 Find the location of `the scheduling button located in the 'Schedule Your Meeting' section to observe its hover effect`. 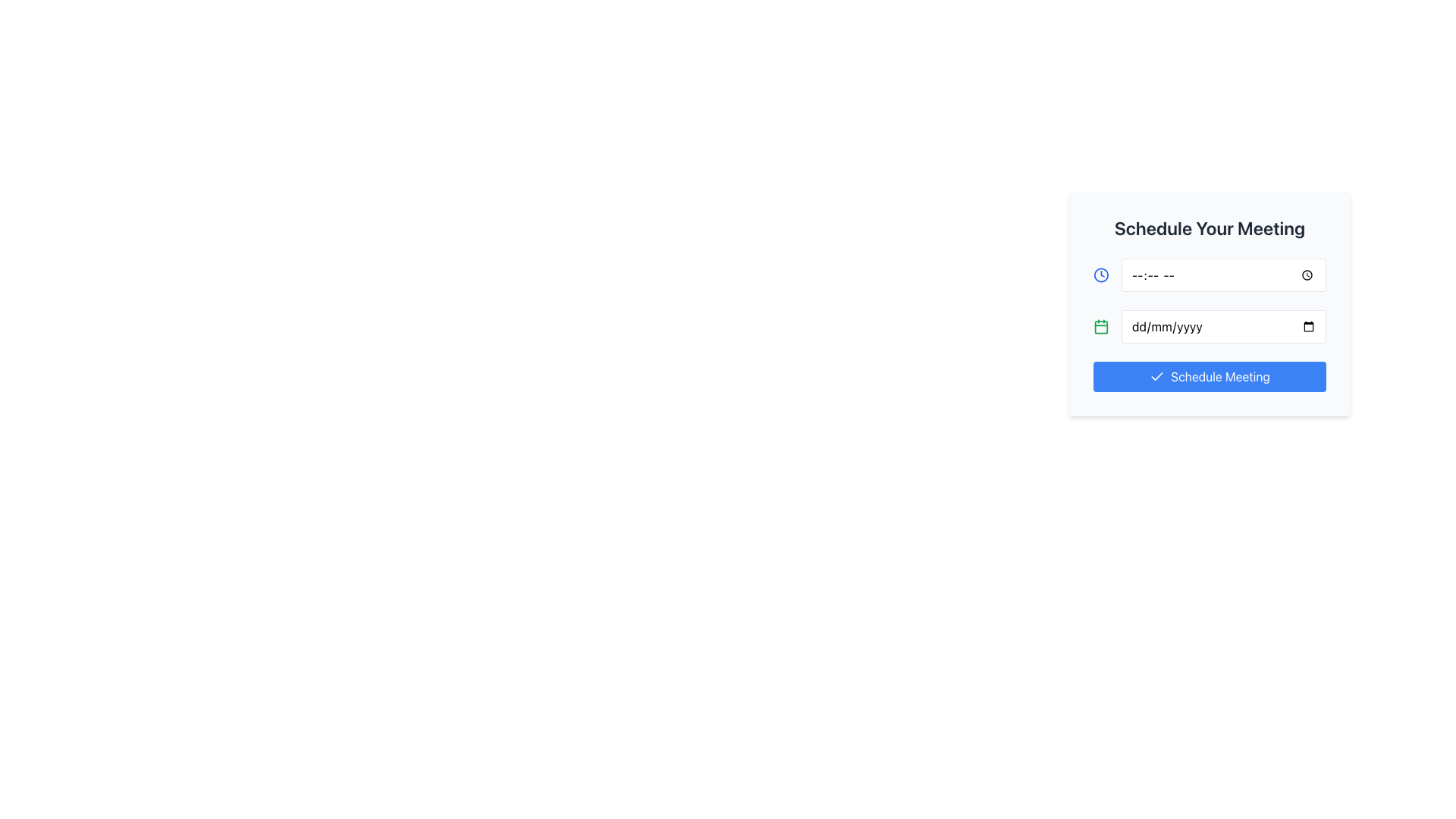

the scheduling button located in the 'Schedule Your Meeting' section to observe its hover effect is located at coordinates (1209, 376).